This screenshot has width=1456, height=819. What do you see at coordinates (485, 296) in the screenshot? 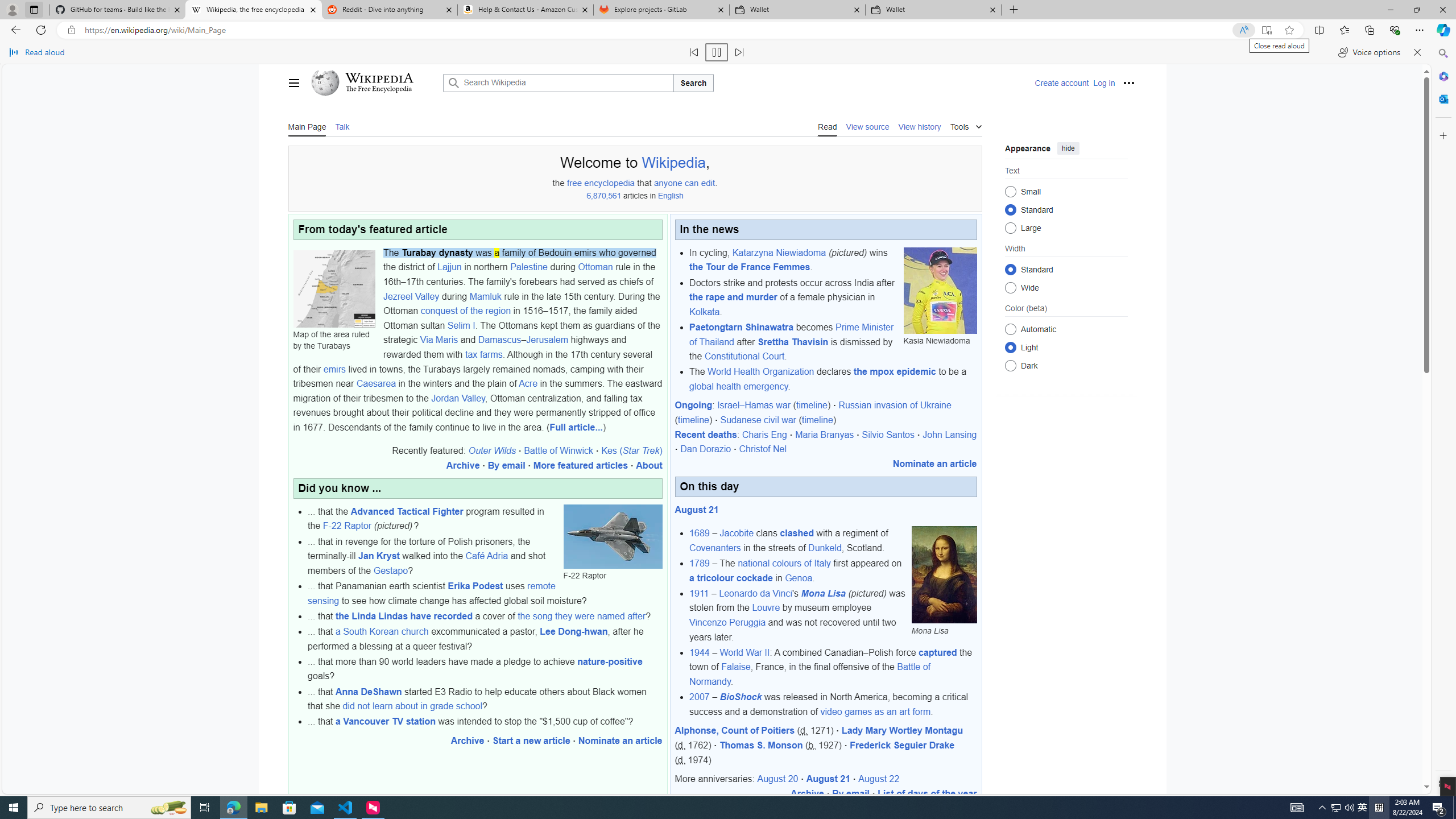
I see `'Mamluk'` at bounding box center [485, 296].